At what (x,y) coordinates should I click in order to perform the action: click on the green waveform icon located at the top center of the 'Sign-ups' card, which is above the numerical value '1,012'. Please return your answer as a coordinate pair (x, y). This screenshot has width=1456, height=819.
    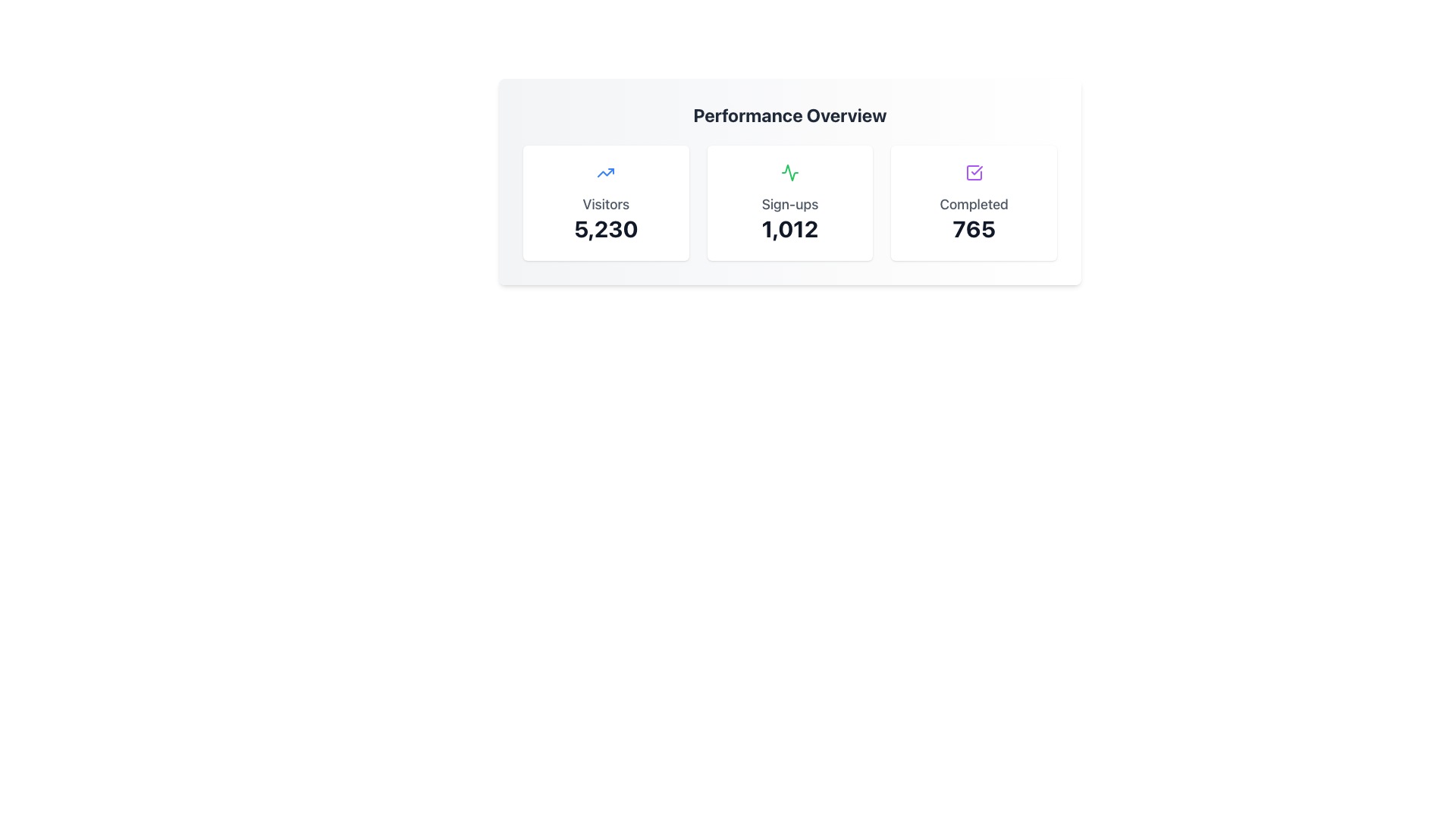
    Looking at the image, I should click on (789, 171).